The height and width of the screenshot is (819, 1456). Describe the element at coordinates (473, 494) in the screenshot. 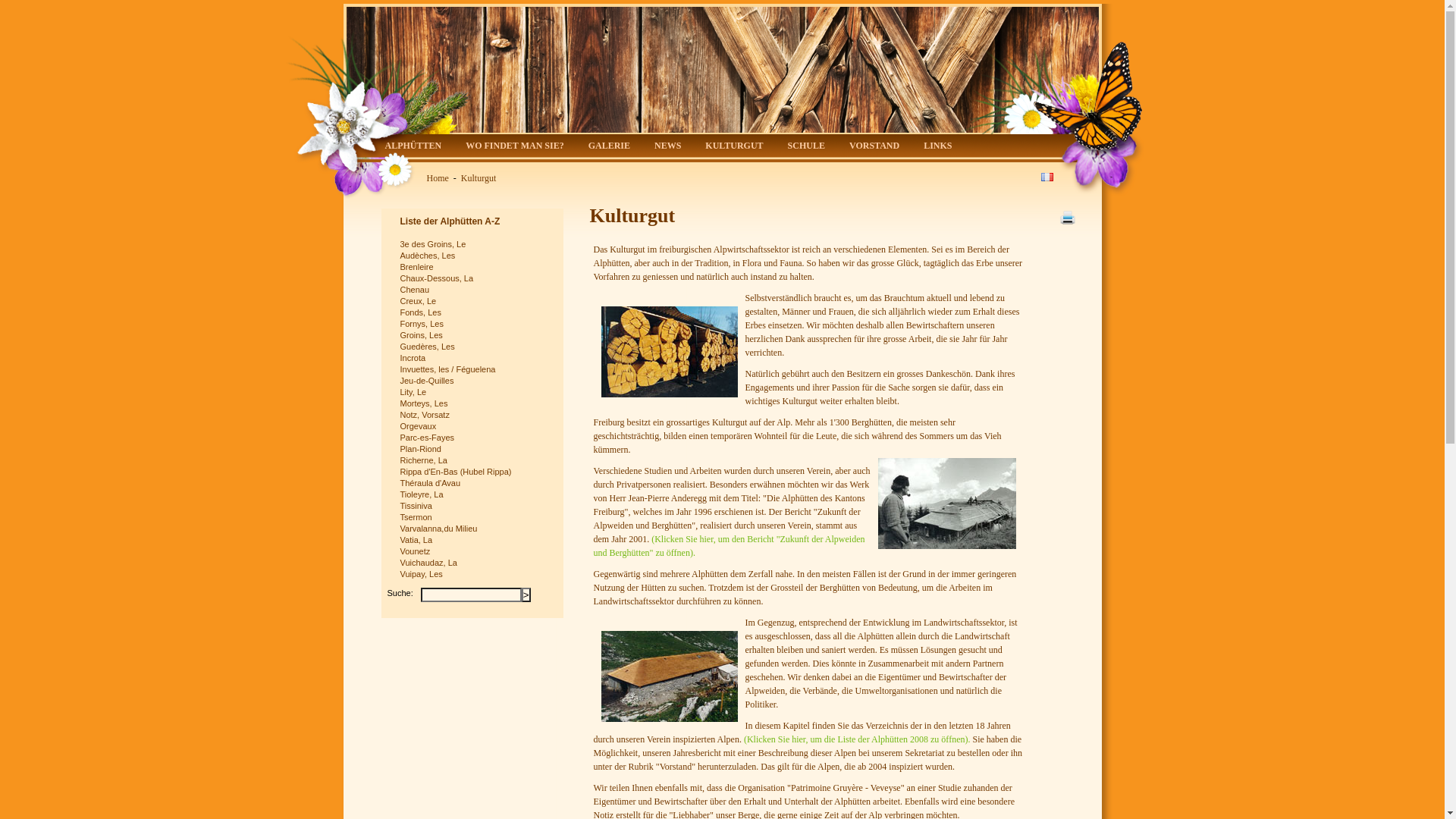

I see `'Tioleyre, La'` at that location.